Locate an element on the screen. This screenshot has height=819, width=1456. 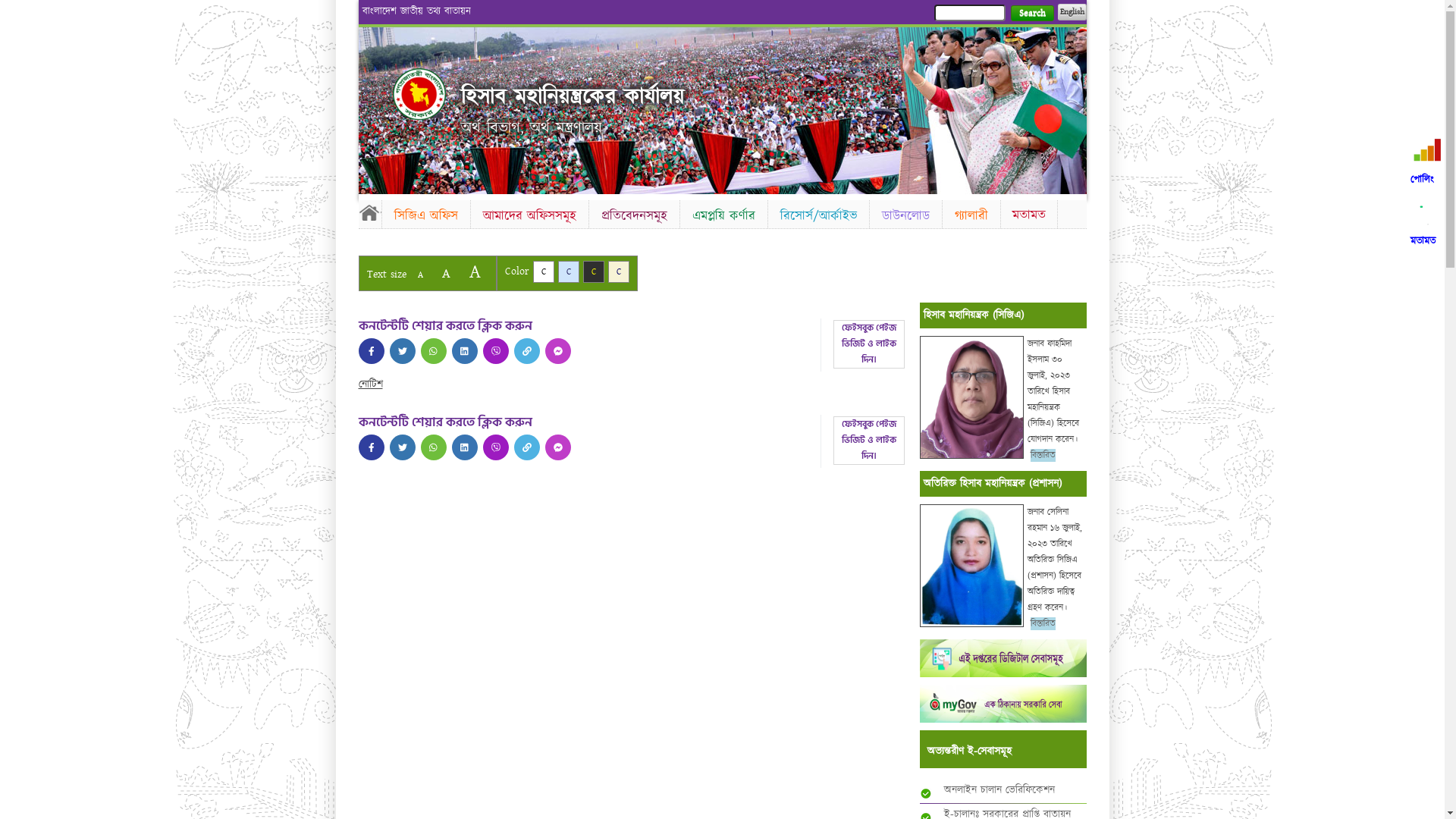
'Home' is located at coordinates (369, 212).